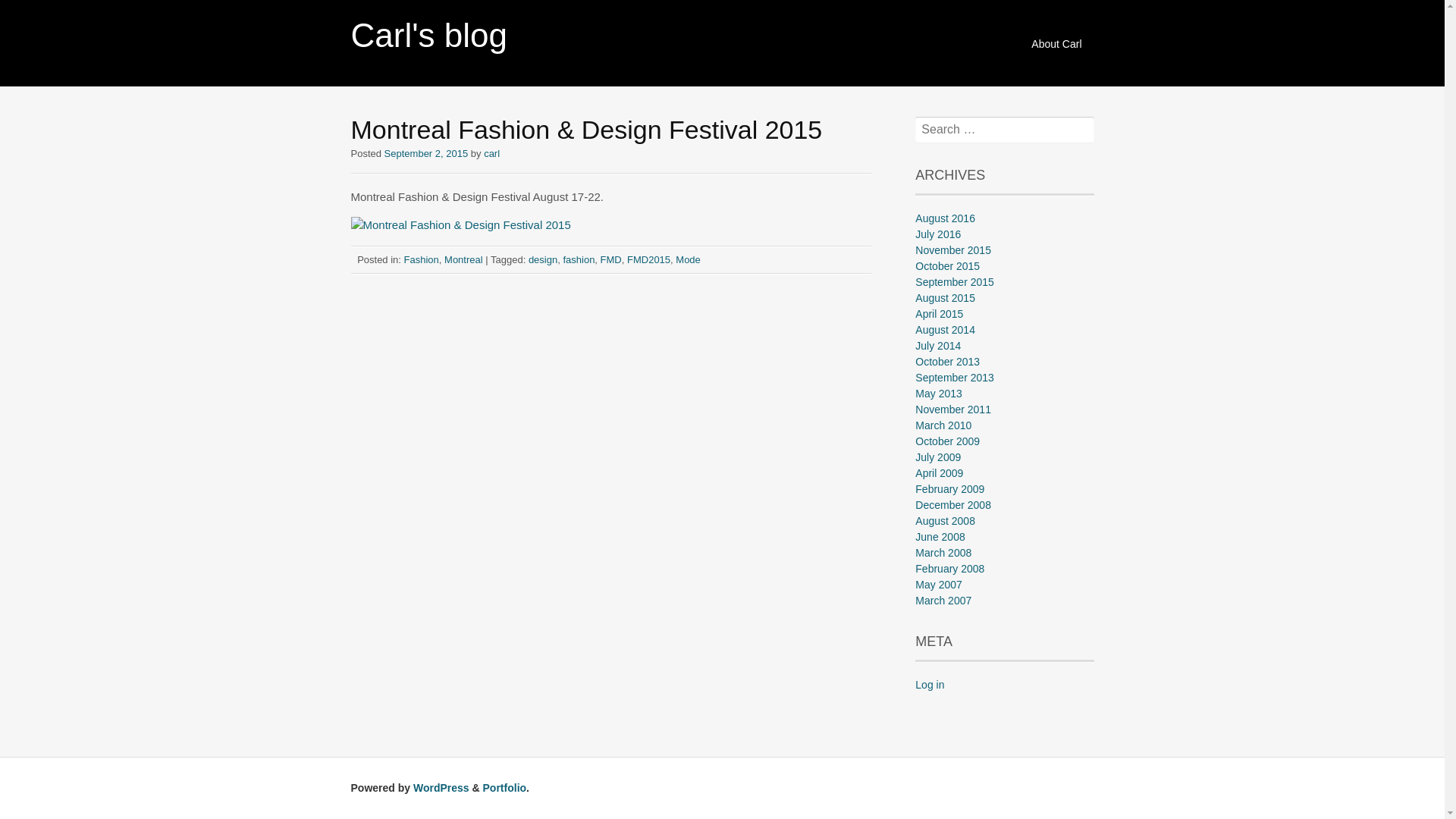 The height and width of the screenshot is (819, 1456). What do you see at coordinates (942, 553) in the screenshot?
I see `'March 2008'` at bounding box center [942, 553].